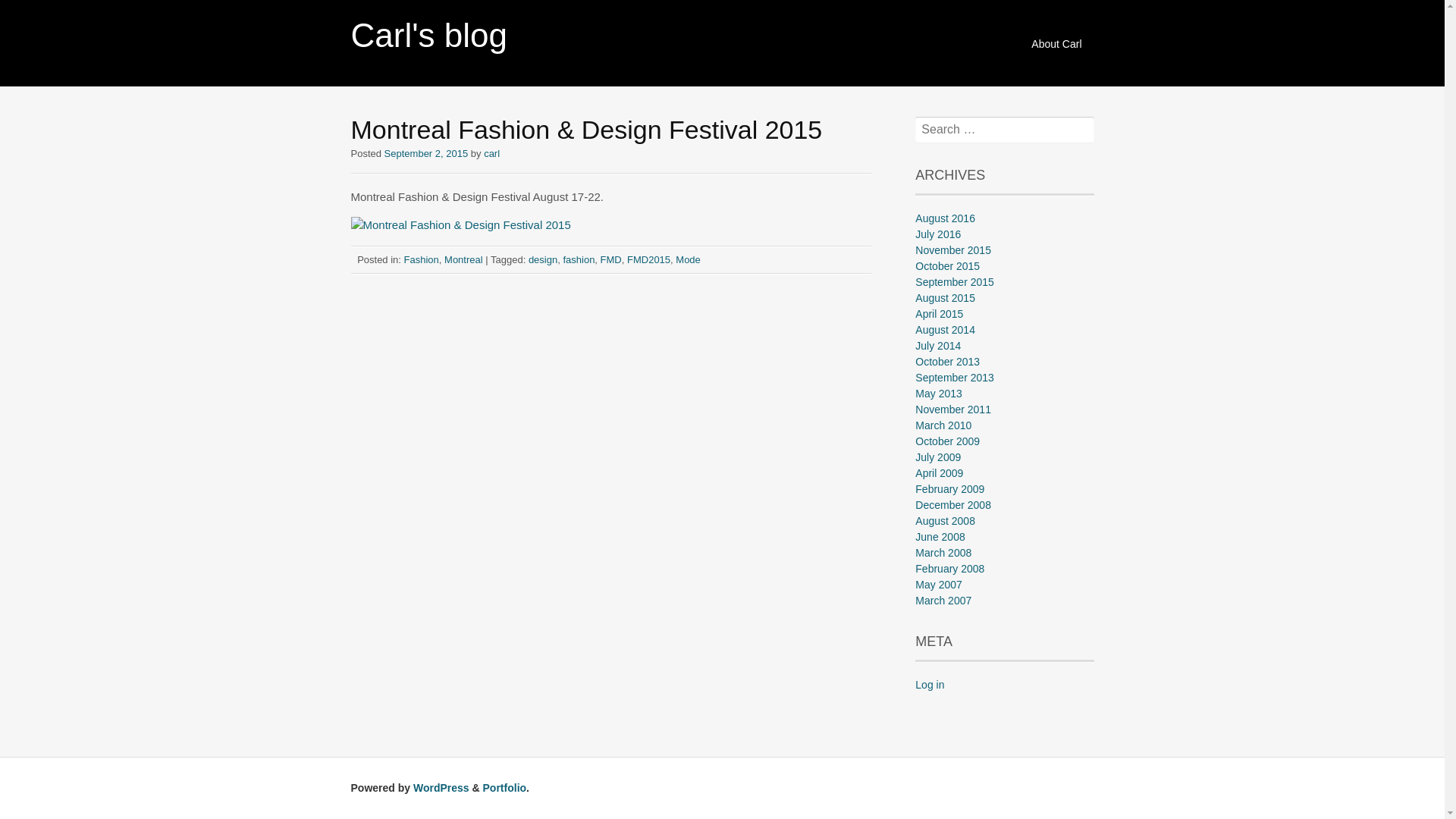 The height and width of the screenshot is (819, 1456). What do you see at coordinates (942, 553) in the screenshot?
I see `'March 2008'` at bounding box center [942, 553].